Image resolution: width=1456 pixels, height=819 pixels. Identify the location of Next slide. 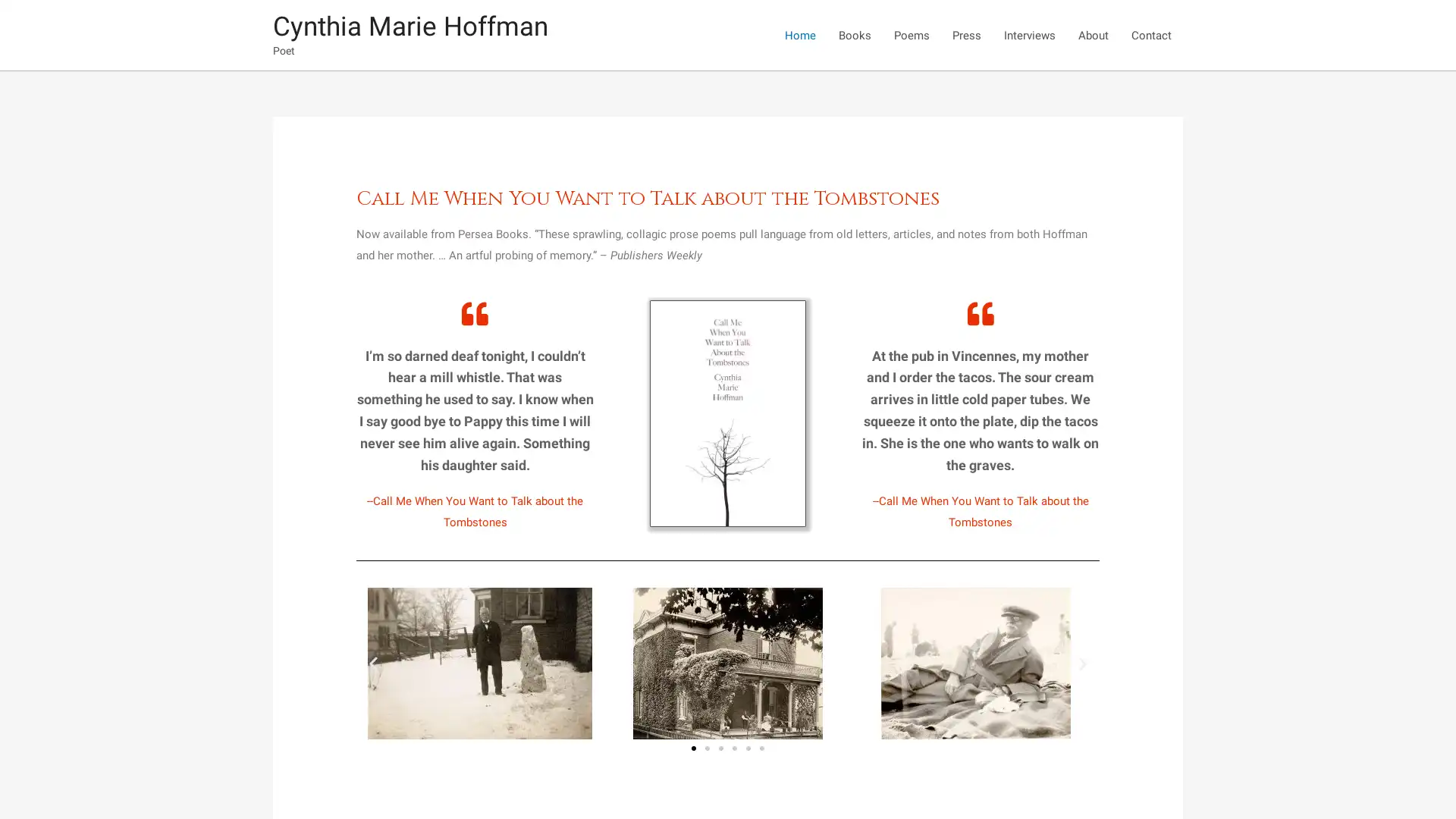
(1081, 662).